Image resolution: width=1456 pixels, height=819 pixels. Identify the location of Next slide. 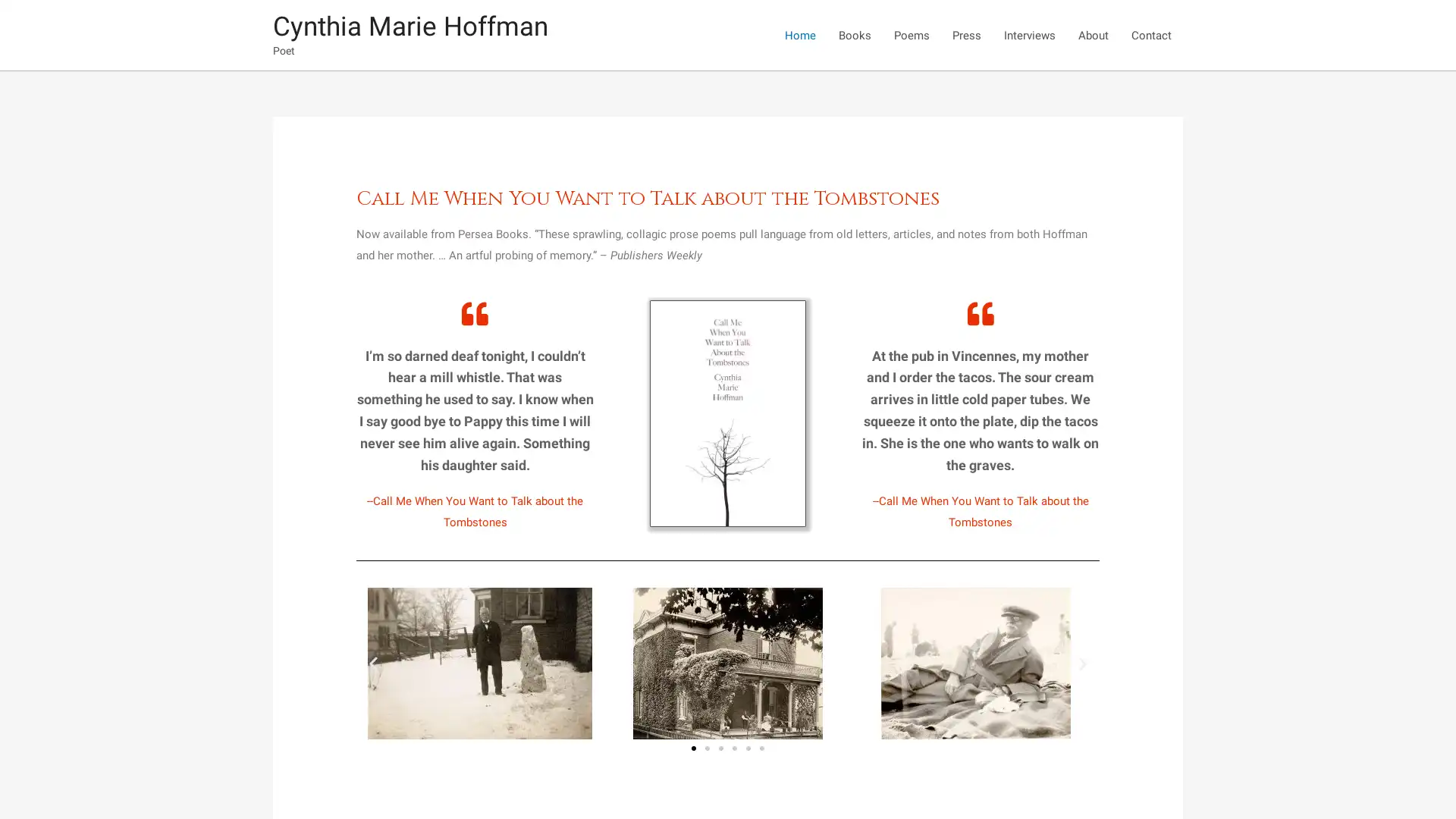
(1081, 662).